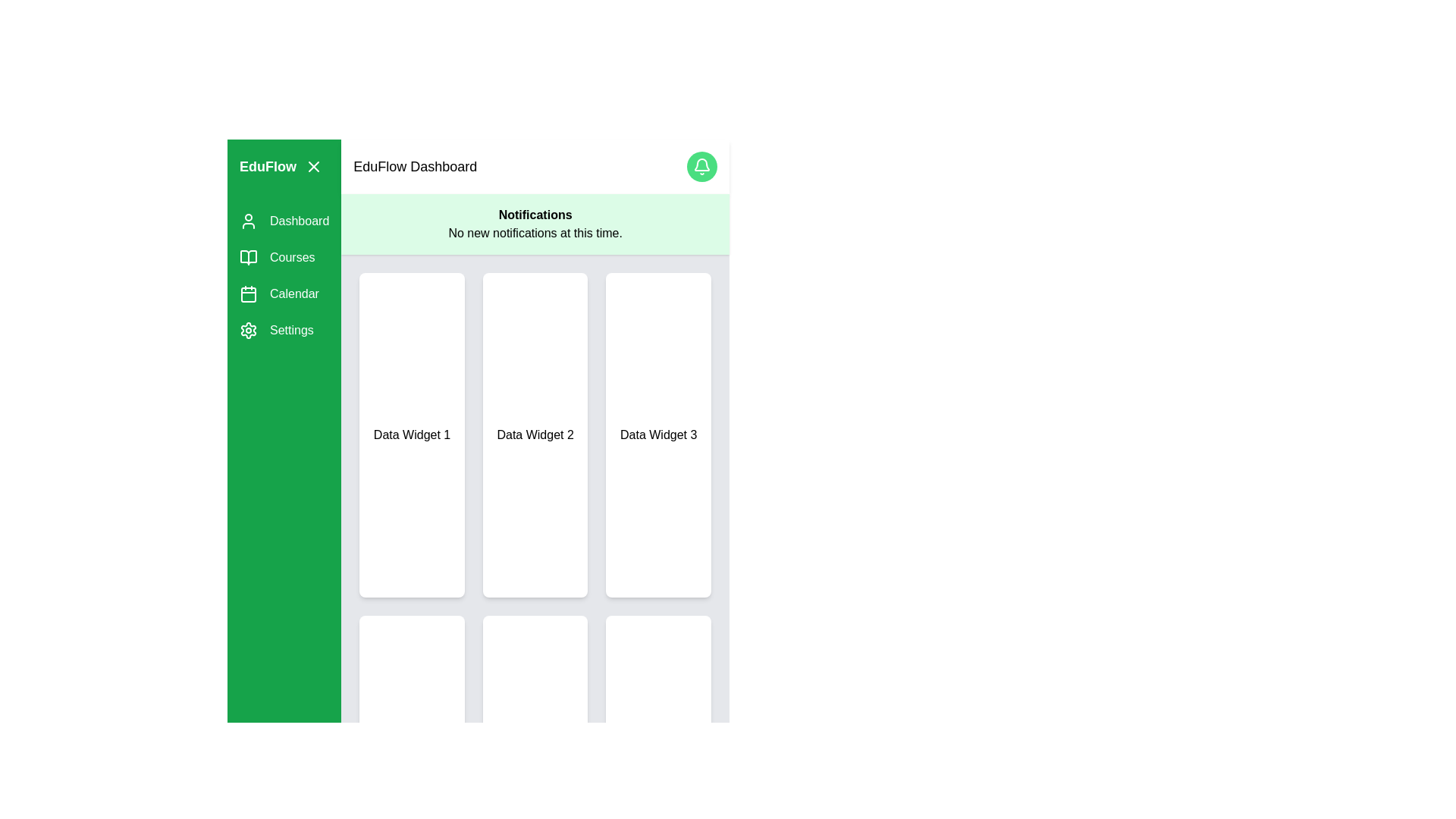  I want to click on the Text Label that informs users there are currently no new notifications, located below the 'Notifications' heading, so click(535, 234).